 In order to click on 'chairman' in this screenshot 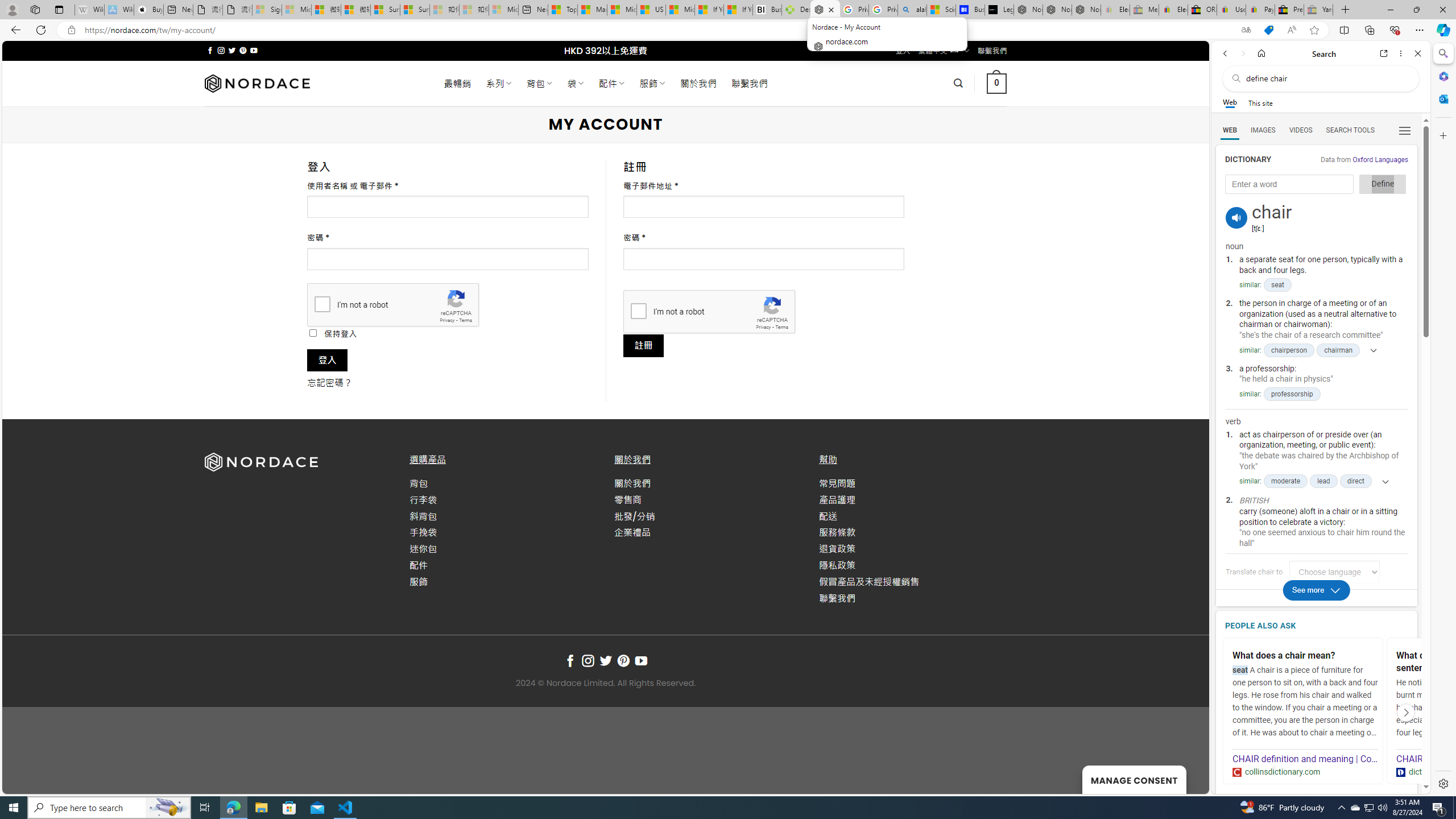, I will do `click(1338, 349)`.